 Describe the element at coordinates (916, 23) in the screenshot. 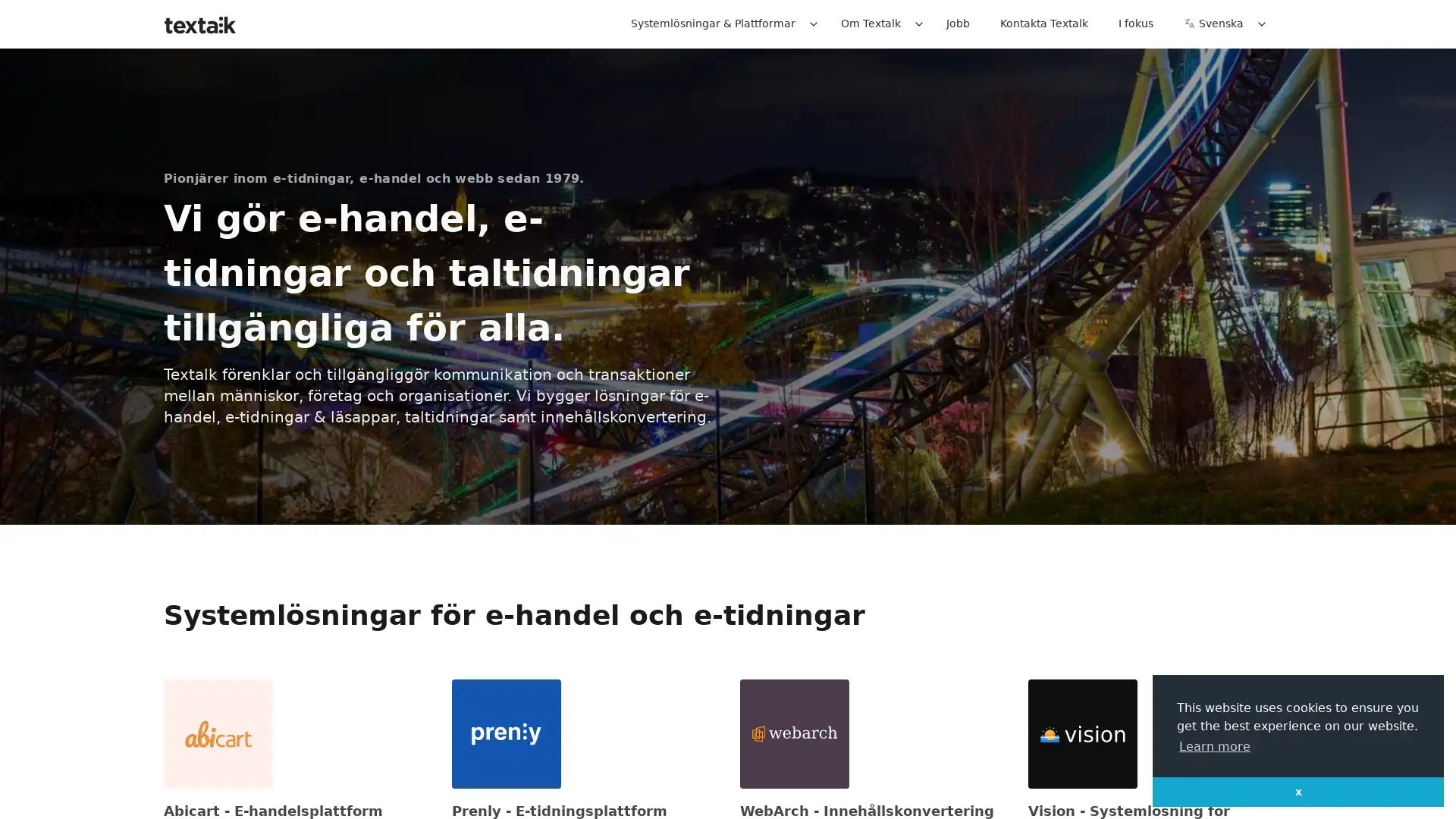

I see `Expand / collapse menu` at that location.